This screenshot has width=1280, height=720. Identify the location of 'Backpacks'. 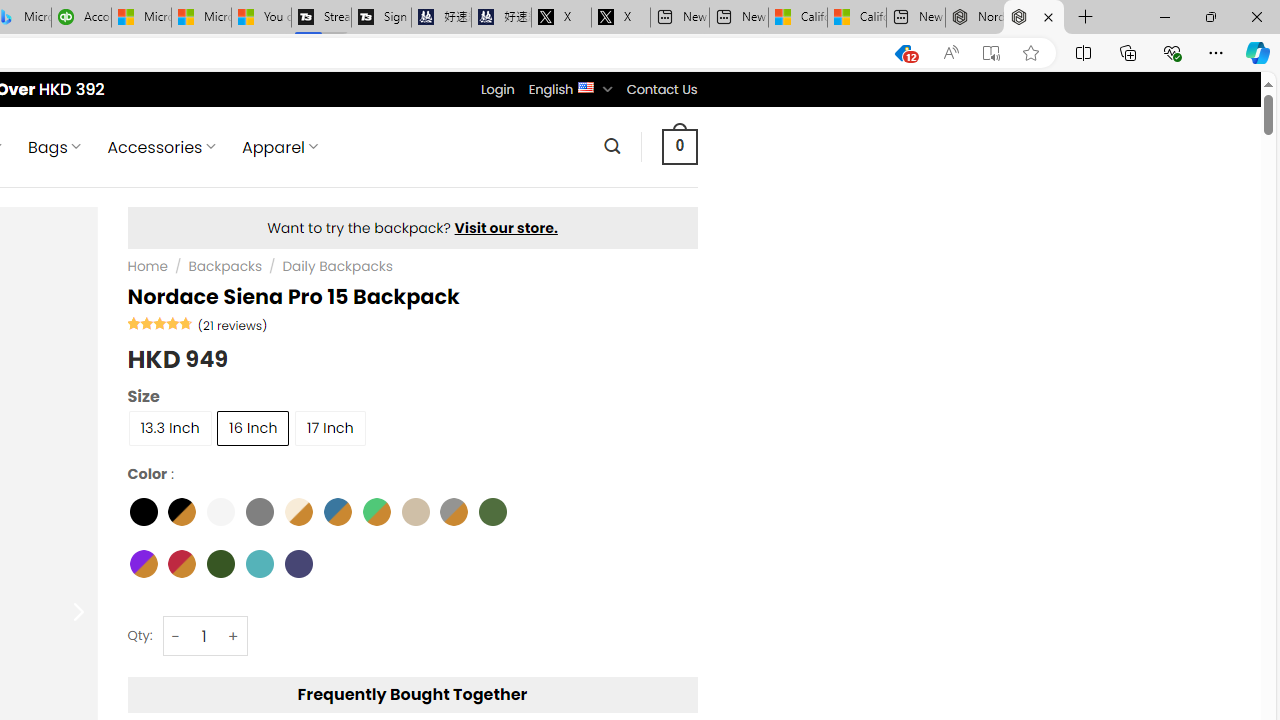
(225, 266).